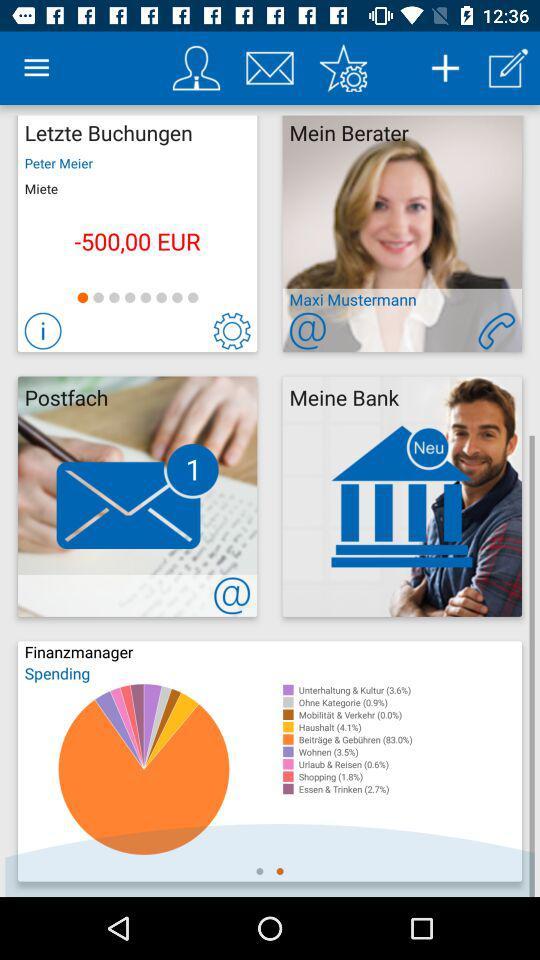  Describe the element at coordinates (196, 68) in the screenshot. I see `open profile` at that location.